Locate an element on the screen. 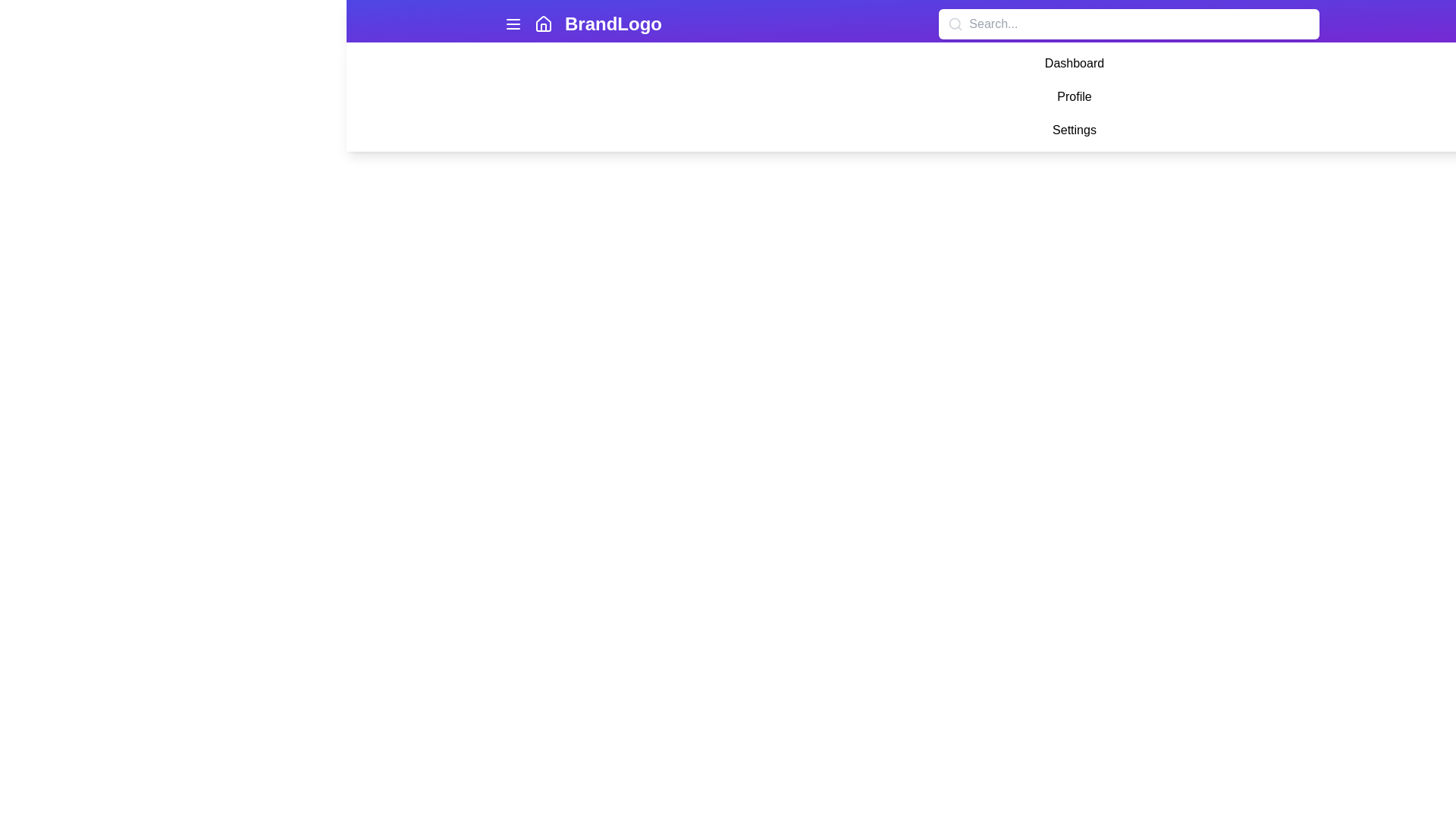 The height and width of the screenshot is (819, 1456). the home SVG icon located in the top navigation bar, positioned between the hamburger menu icon and the 'BrandLogo' text is located at coordinates (543, 24).